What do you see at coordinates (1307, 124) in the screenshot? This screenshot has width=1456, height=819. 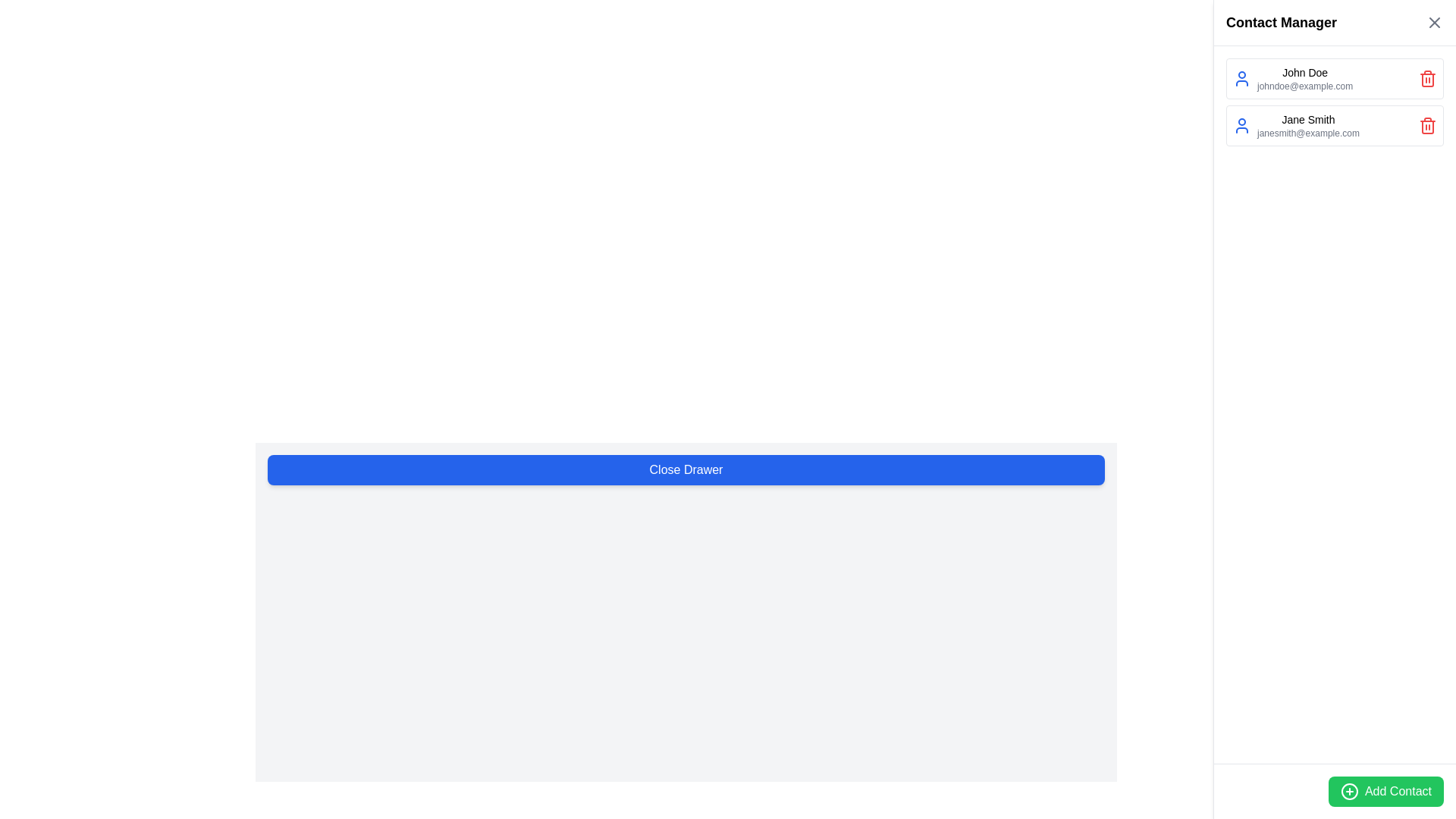 I see `the name 'Jane Smith' in the contact info display` at bounding box center [1307, 124].